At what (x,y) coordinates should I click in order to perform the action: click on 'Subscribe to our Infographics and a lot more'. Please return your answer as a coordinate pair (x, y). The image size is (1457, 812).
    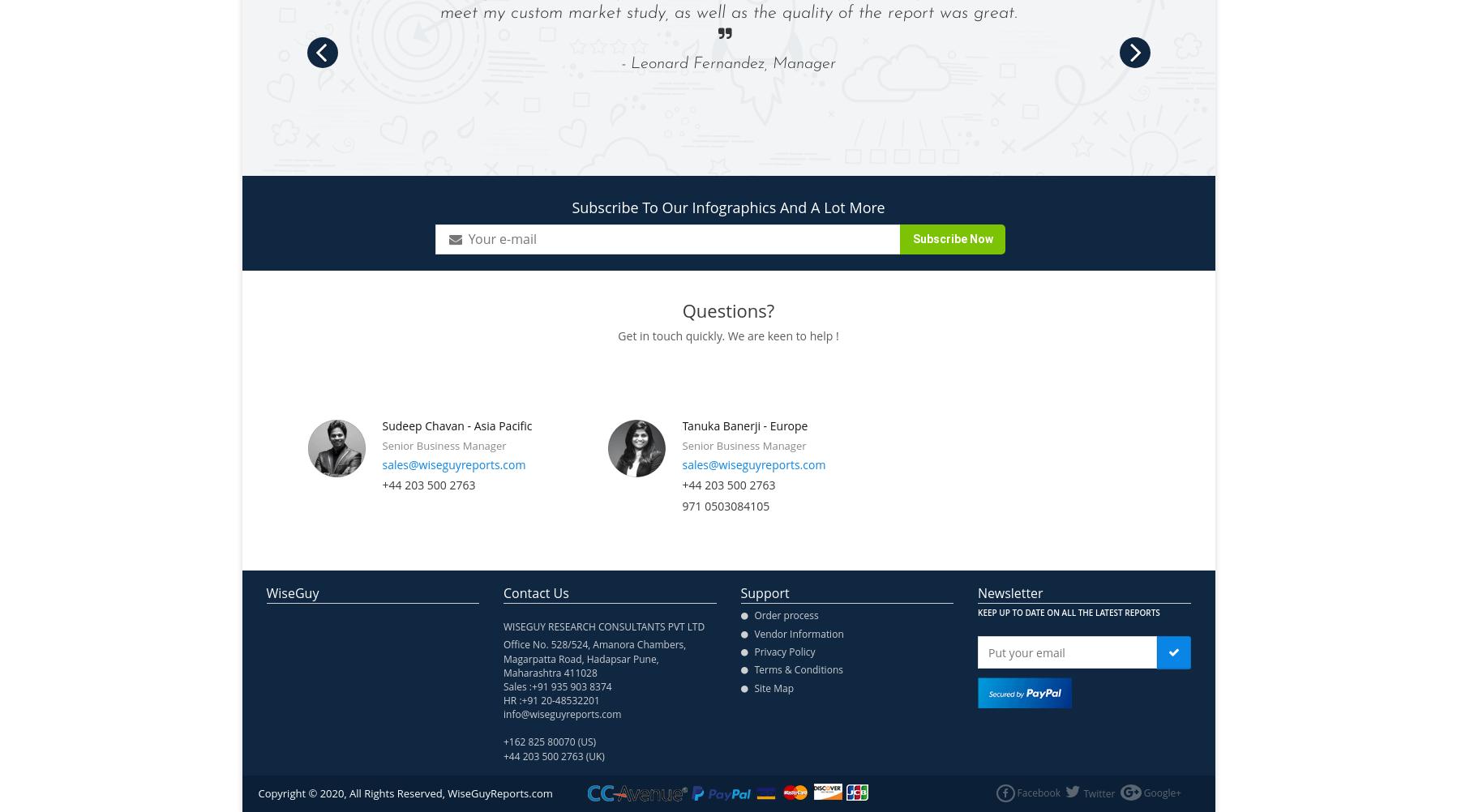
    Looking at the image, I should click on (726, 206).